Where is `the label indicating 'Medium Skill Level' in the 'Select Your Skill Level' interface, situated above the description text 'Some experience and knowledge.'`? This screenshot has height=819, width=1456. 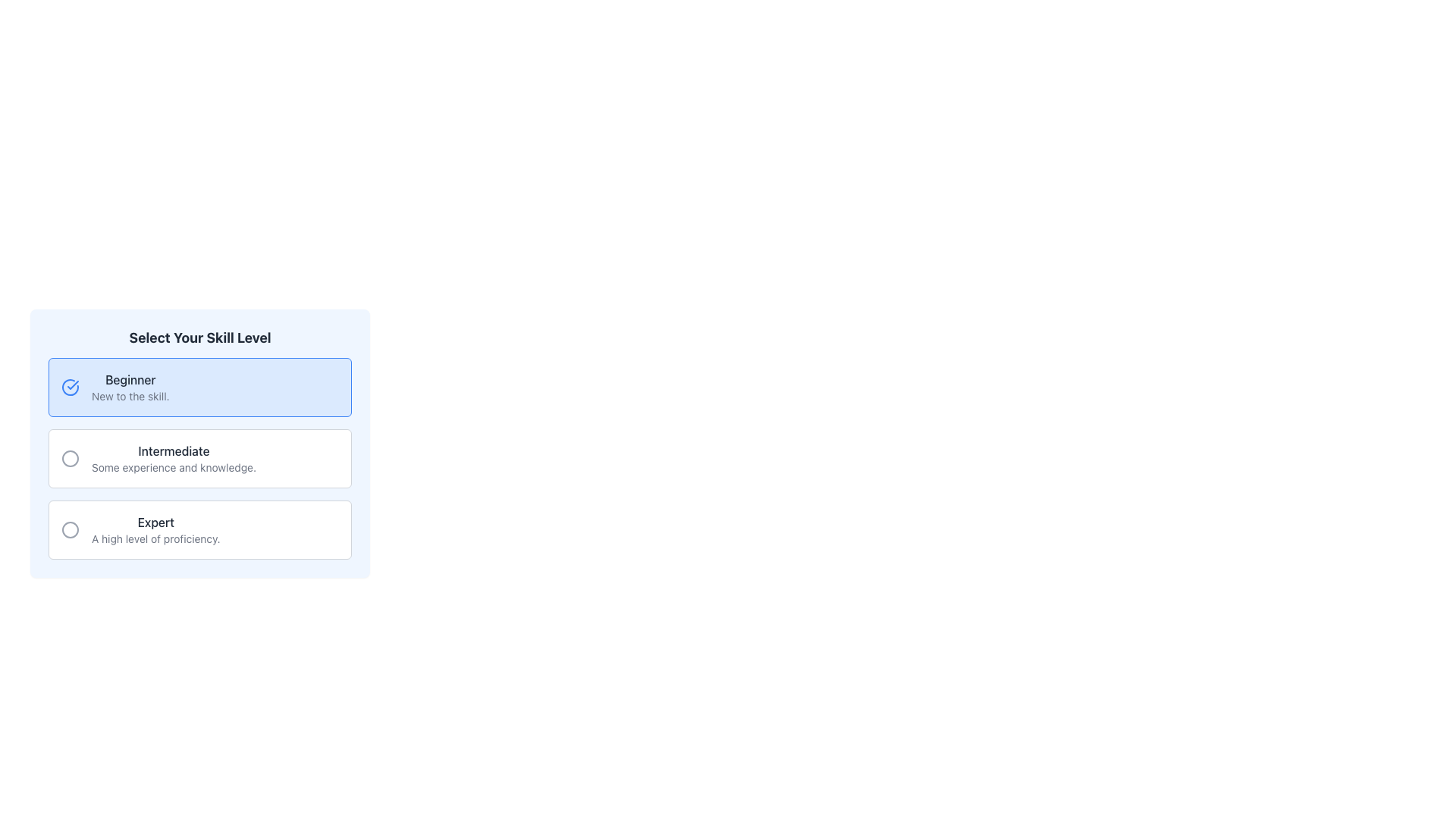 the label indicating 'Medium Skill Level' in the 'Select Your Skill Level' interface, situated above the description text 'Some experience and knowledge.' is located at coordinates (174, 450).